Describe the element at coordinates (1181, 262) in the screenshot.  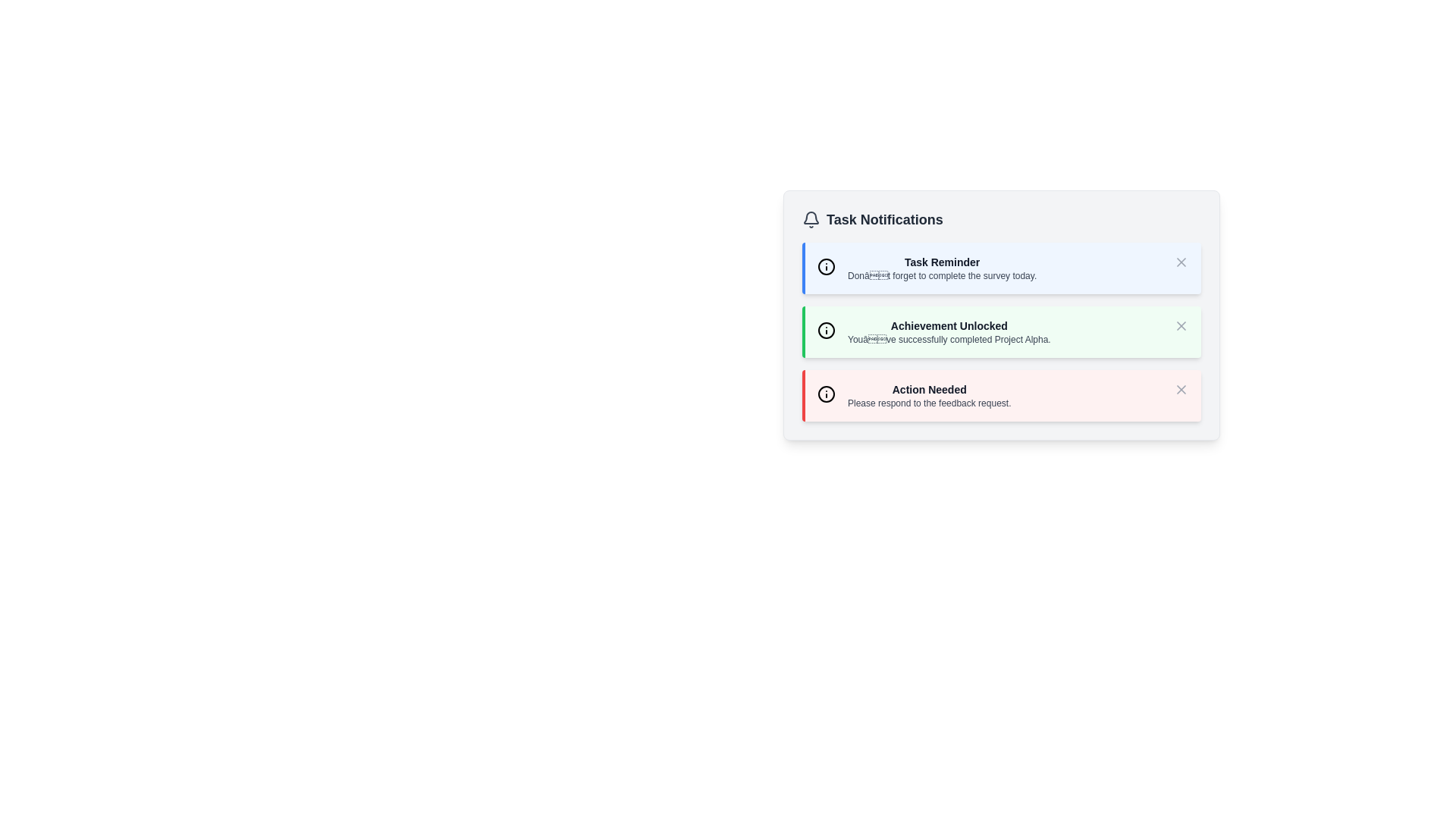
I see `the dismissal button located in the top-right corner of the 'Task Reminder' notification card` at that location.